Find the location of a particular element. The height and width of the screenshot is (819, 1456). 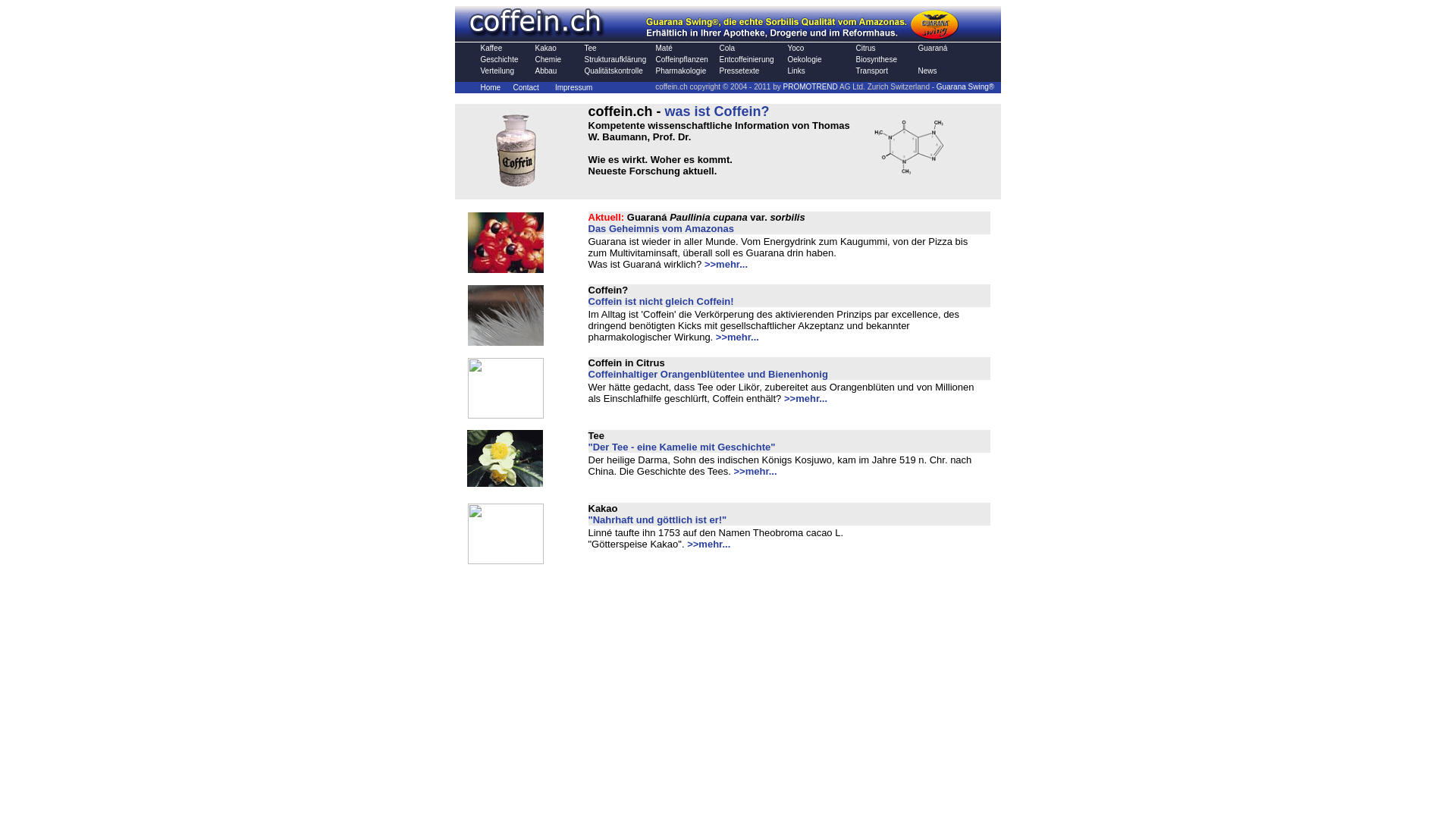

'Impressum' is located at coordinates (554, 87).